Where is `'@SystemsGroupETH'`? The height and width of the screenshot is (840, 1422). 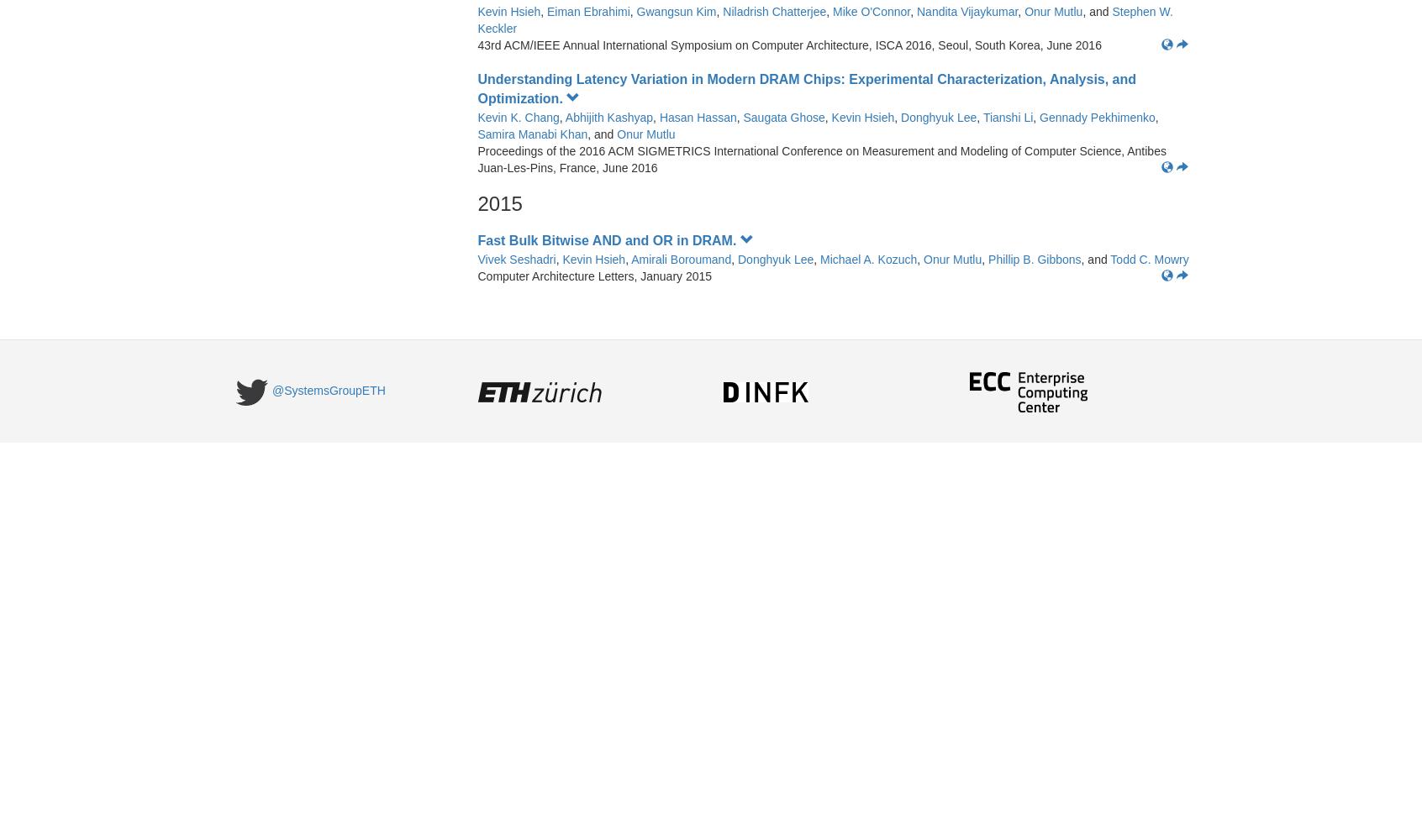 '@SystemsGroupETH' is located at coordinates (271, 390).